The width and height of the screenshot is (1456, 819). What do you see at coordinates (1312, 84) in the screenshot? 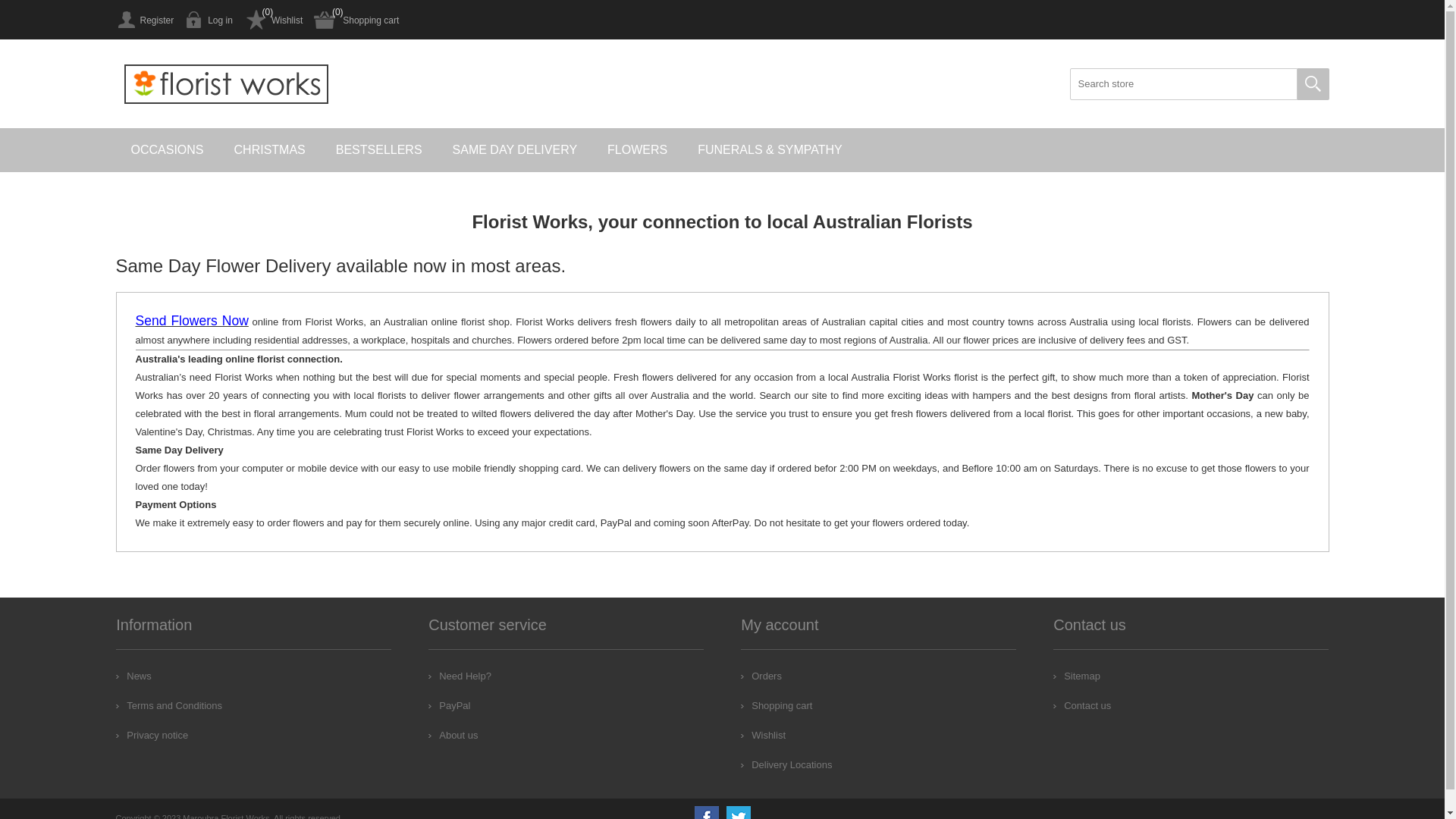
I see `'Search'` at bounding box center [1312, 84].